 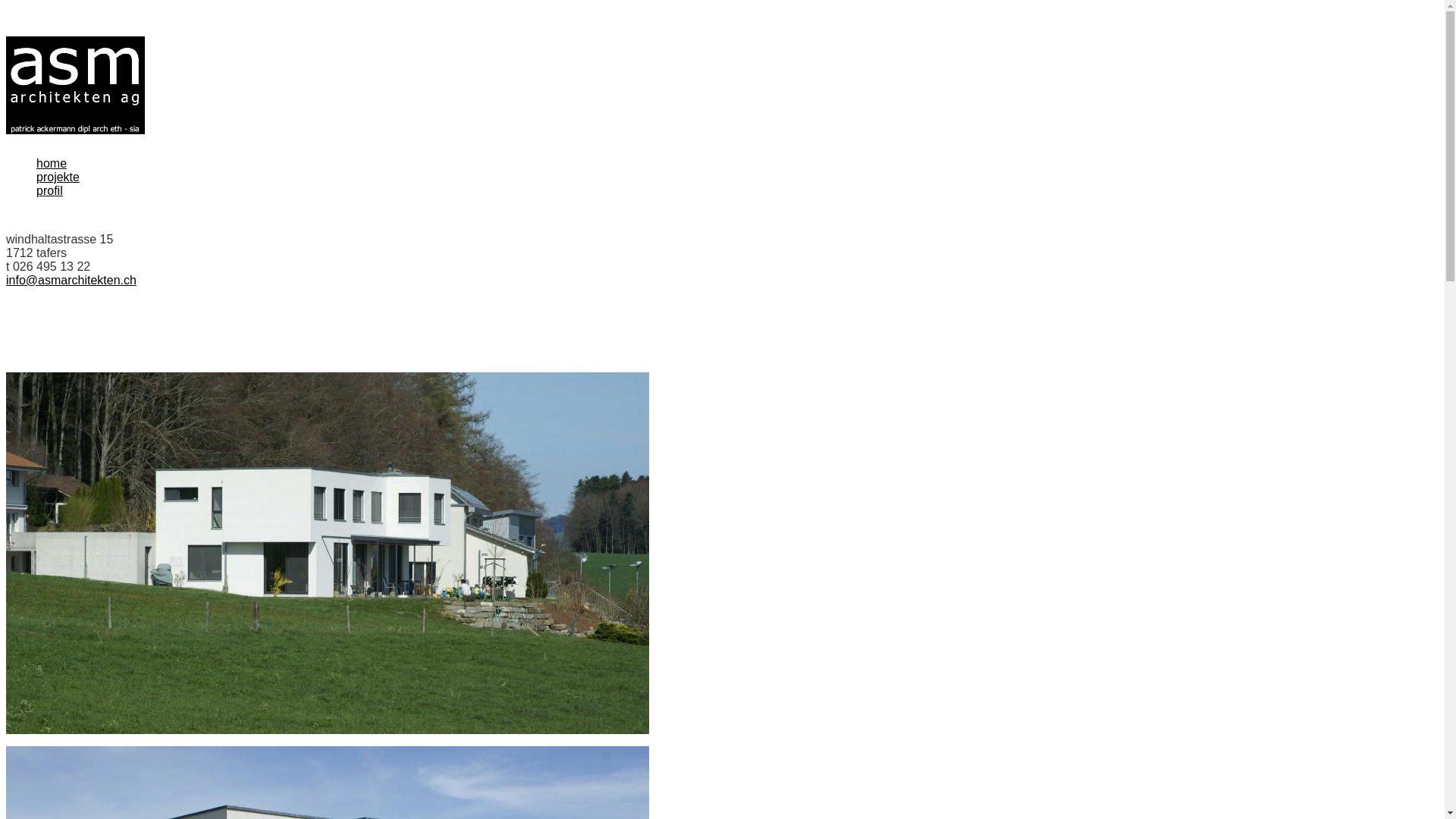 What do you see at coordinates (327, 553) in the screenshot?
I see `'EFH Magdalenastrasse-2'` at bounding box center [327, 553].